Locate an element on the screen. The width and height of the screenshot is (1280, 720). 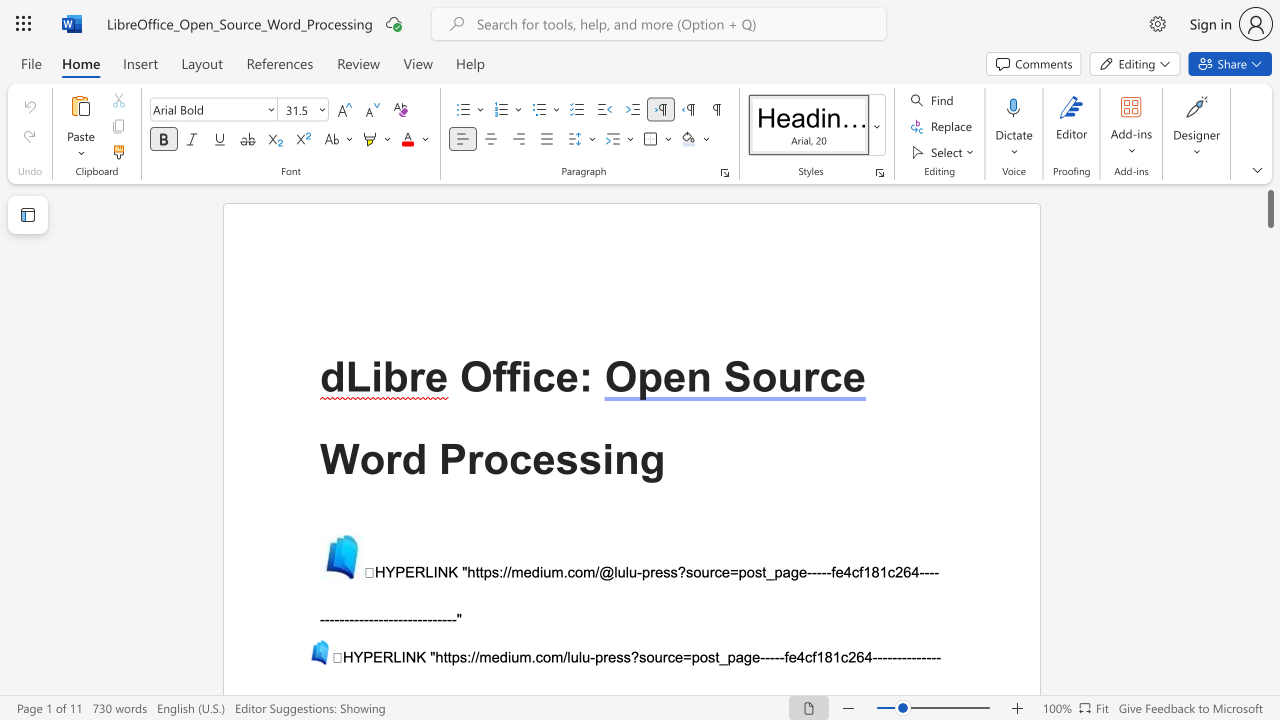
the scrollbar to slide the page down is located at coordinates (1269, 300).